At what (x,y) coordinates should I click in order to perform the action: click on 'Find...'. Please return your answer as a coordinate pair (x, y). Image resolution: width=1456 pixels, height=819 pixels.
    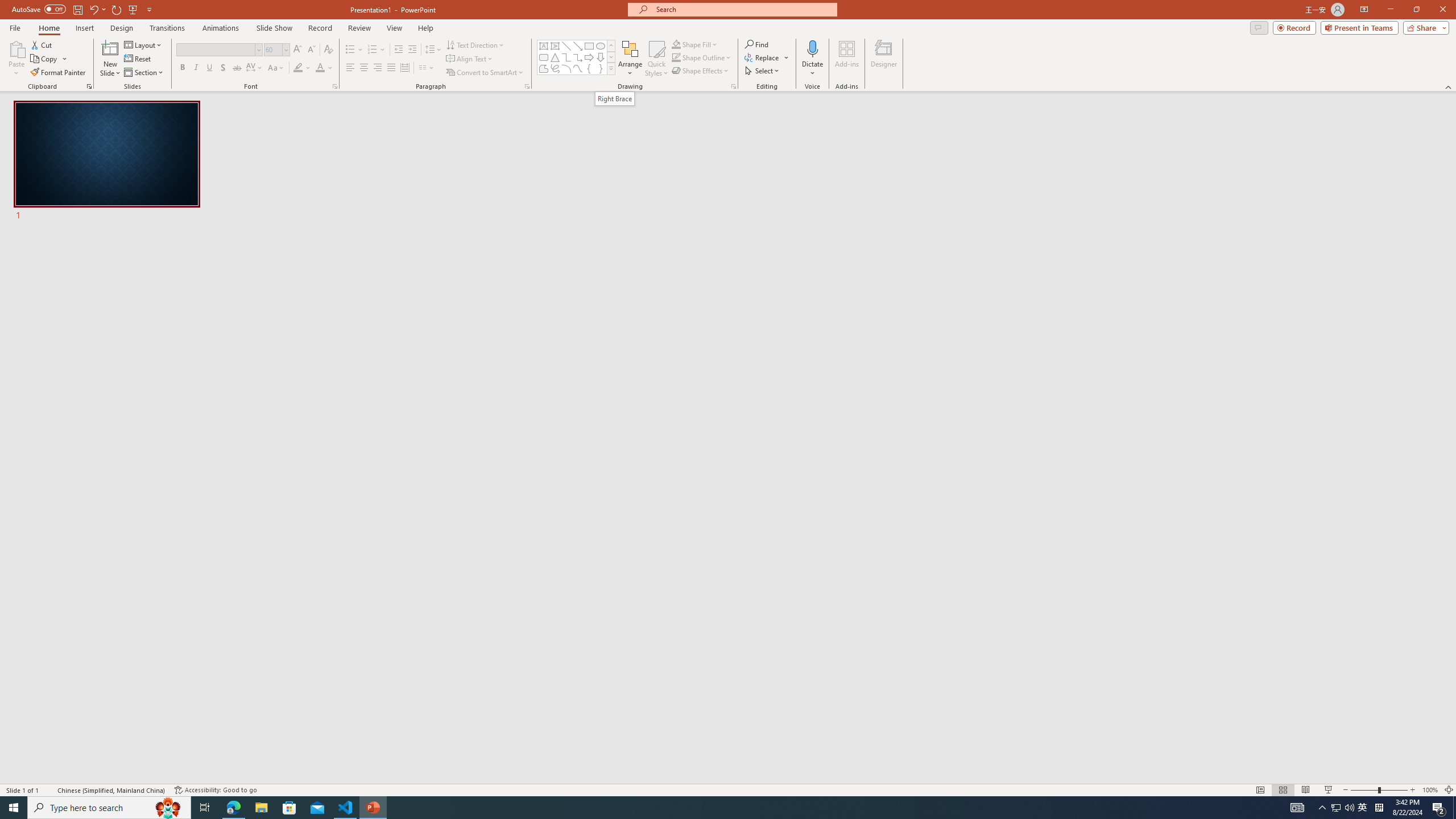
    Looking at the image, I should click on (756, 44).